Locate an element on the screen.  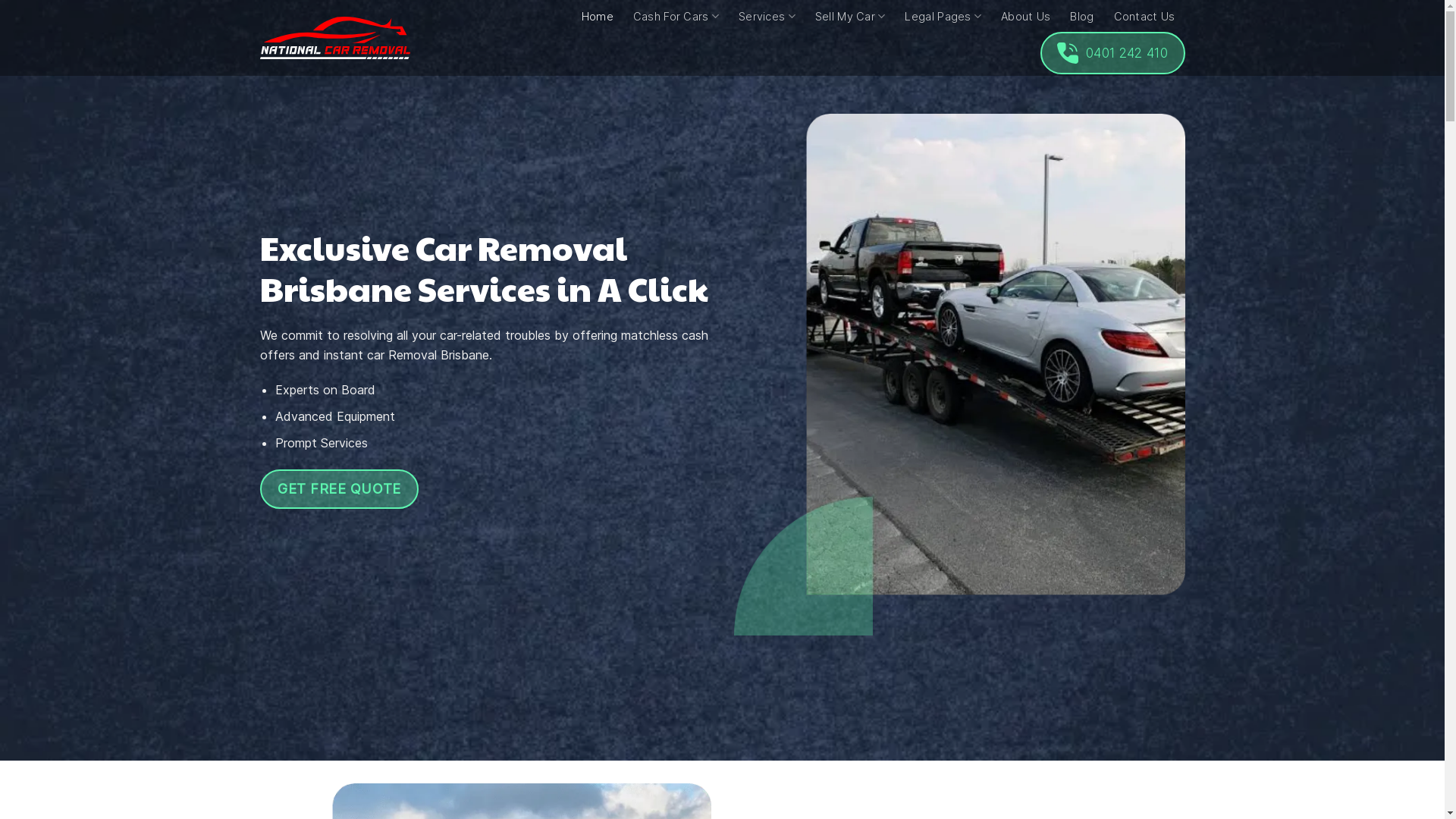
'Cash For Cars' is located at coordinates (675, 16).